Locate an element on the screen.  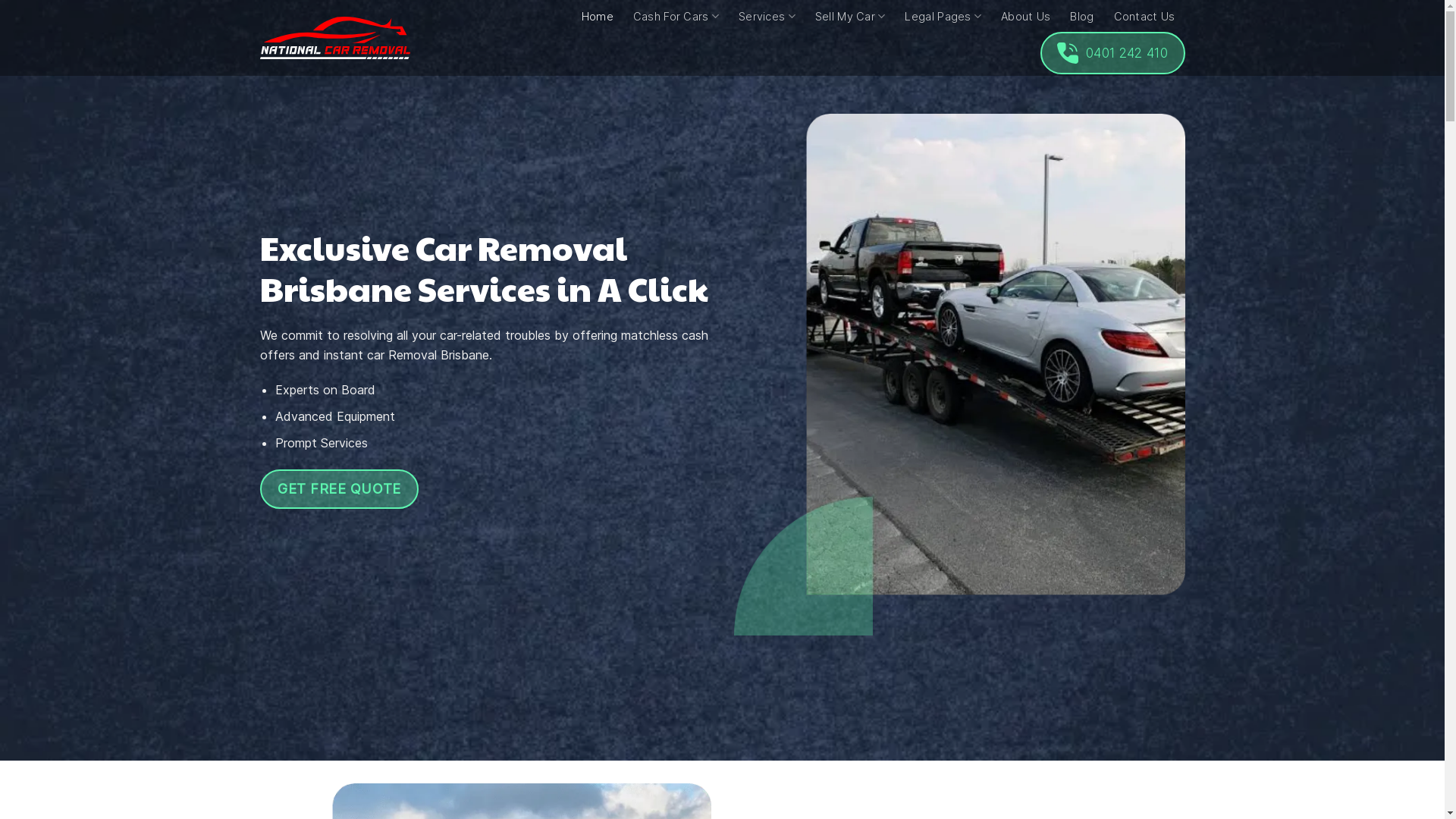
'Cash For Cars' is located at coordinates (675, 16).